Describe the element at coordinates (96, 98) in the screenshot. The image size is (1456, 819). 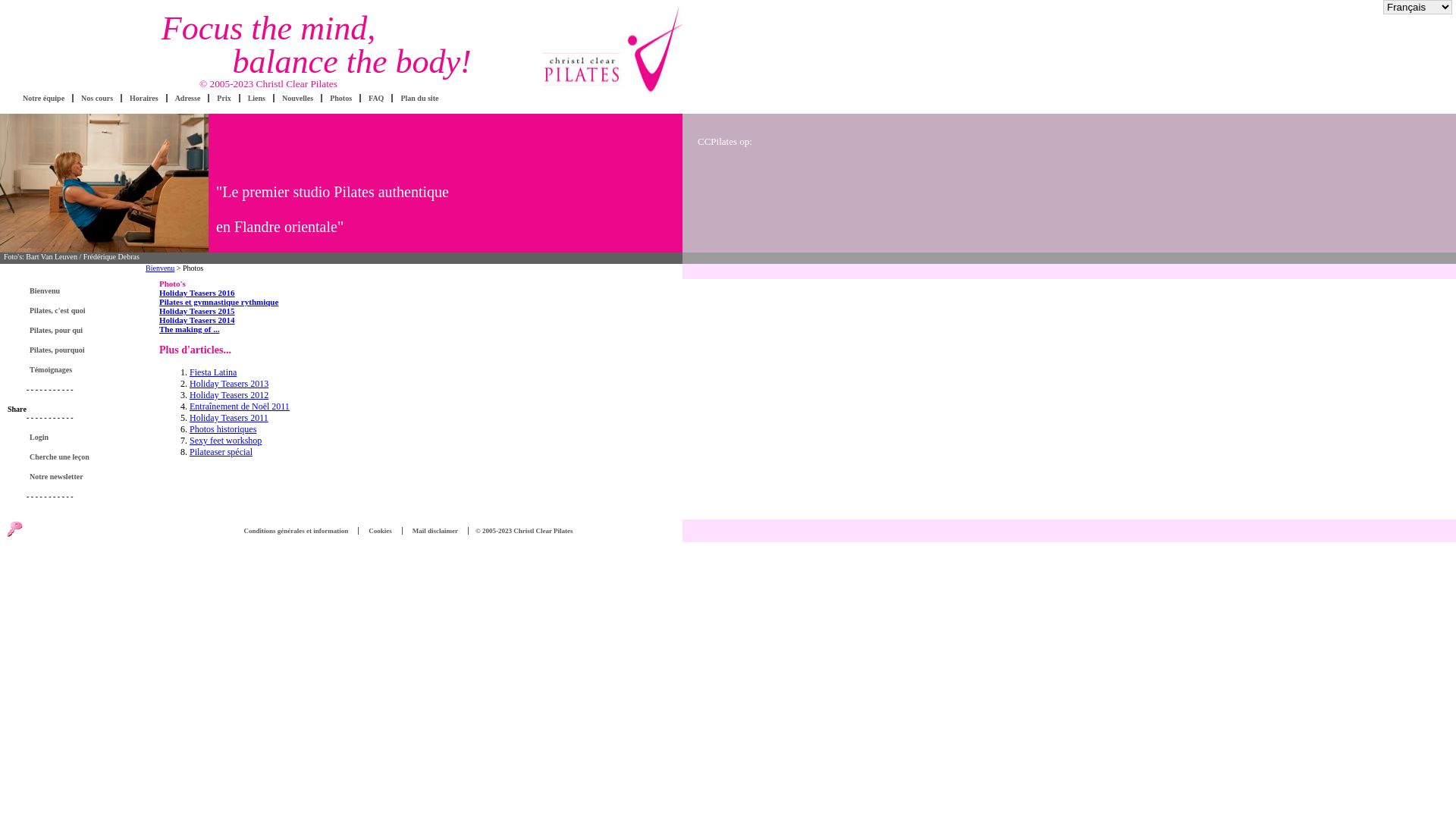
I see `'Nos cours'` at that location.